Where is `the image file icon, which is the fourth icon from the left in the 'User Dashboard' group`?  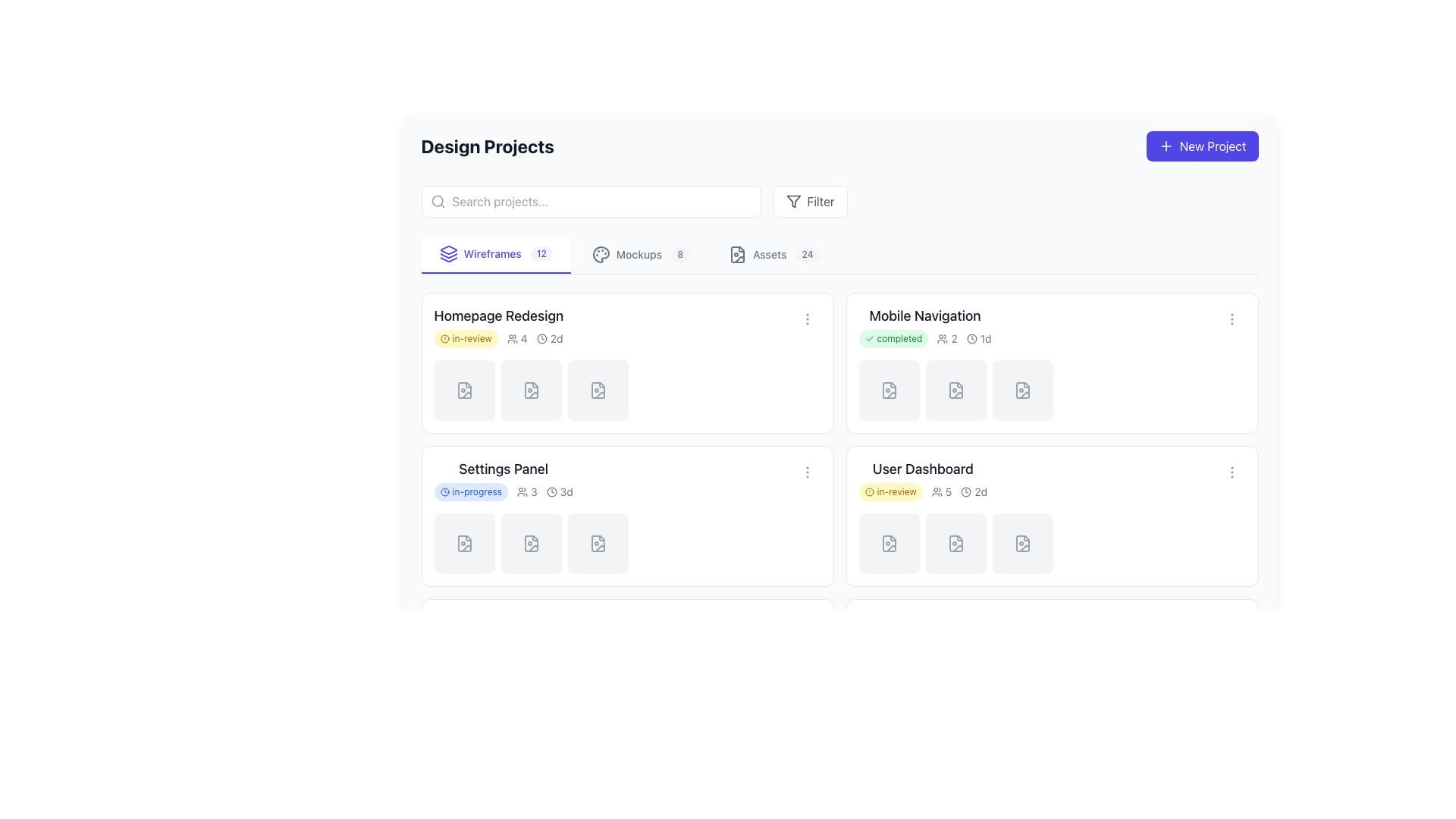 the image file icon, which is the fourth icon from the left in the 'User Dashboard' group is located at coordinates (1022, 543).